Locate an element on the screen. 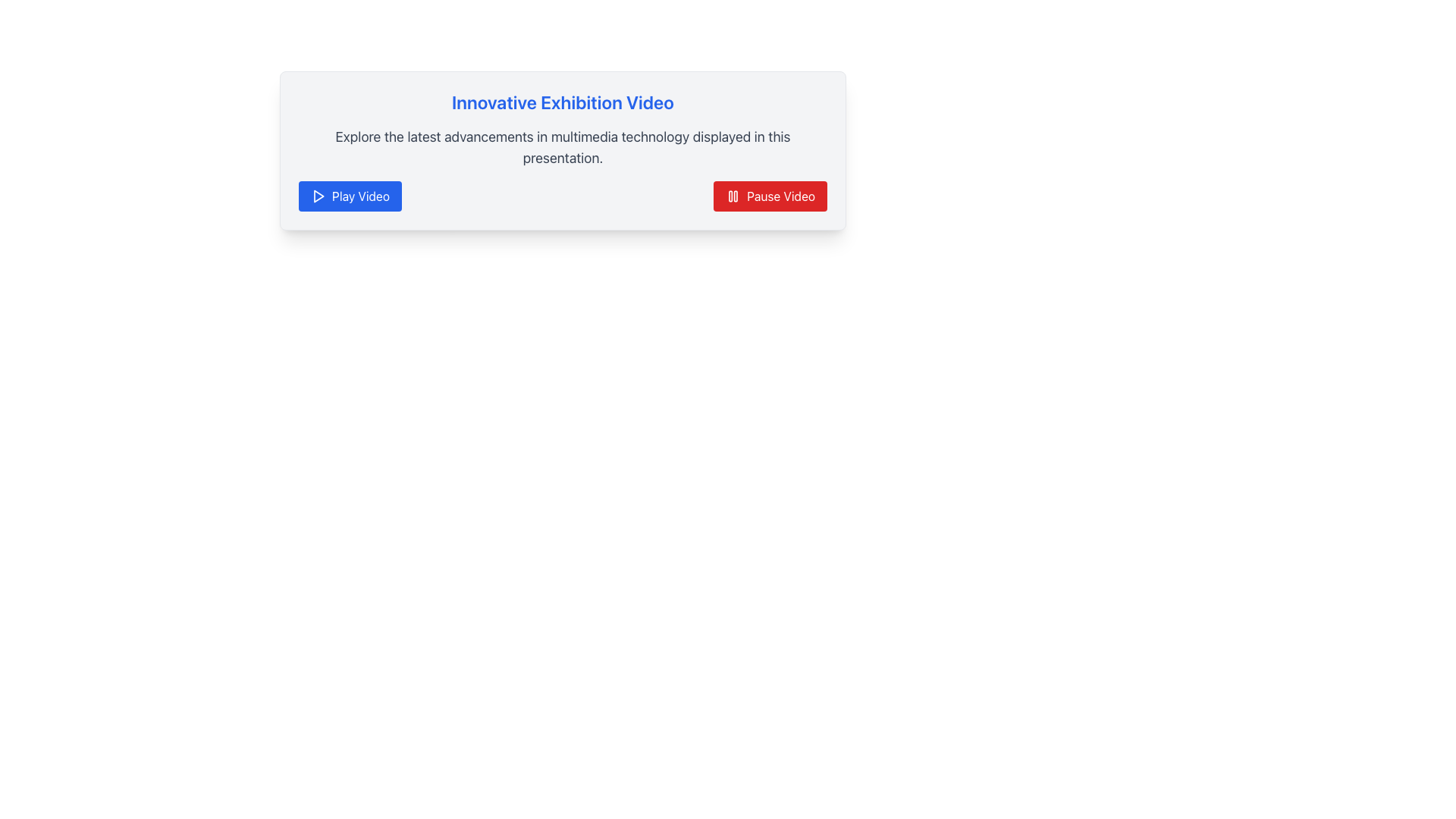 The width and height of the screenshot is (1456, 819). the descriptive text block located below the blue title 'Innovative Exhibition Video' and above the 'Play Video' and 'Pause Video' buttons is located at coordinates (562, 148).